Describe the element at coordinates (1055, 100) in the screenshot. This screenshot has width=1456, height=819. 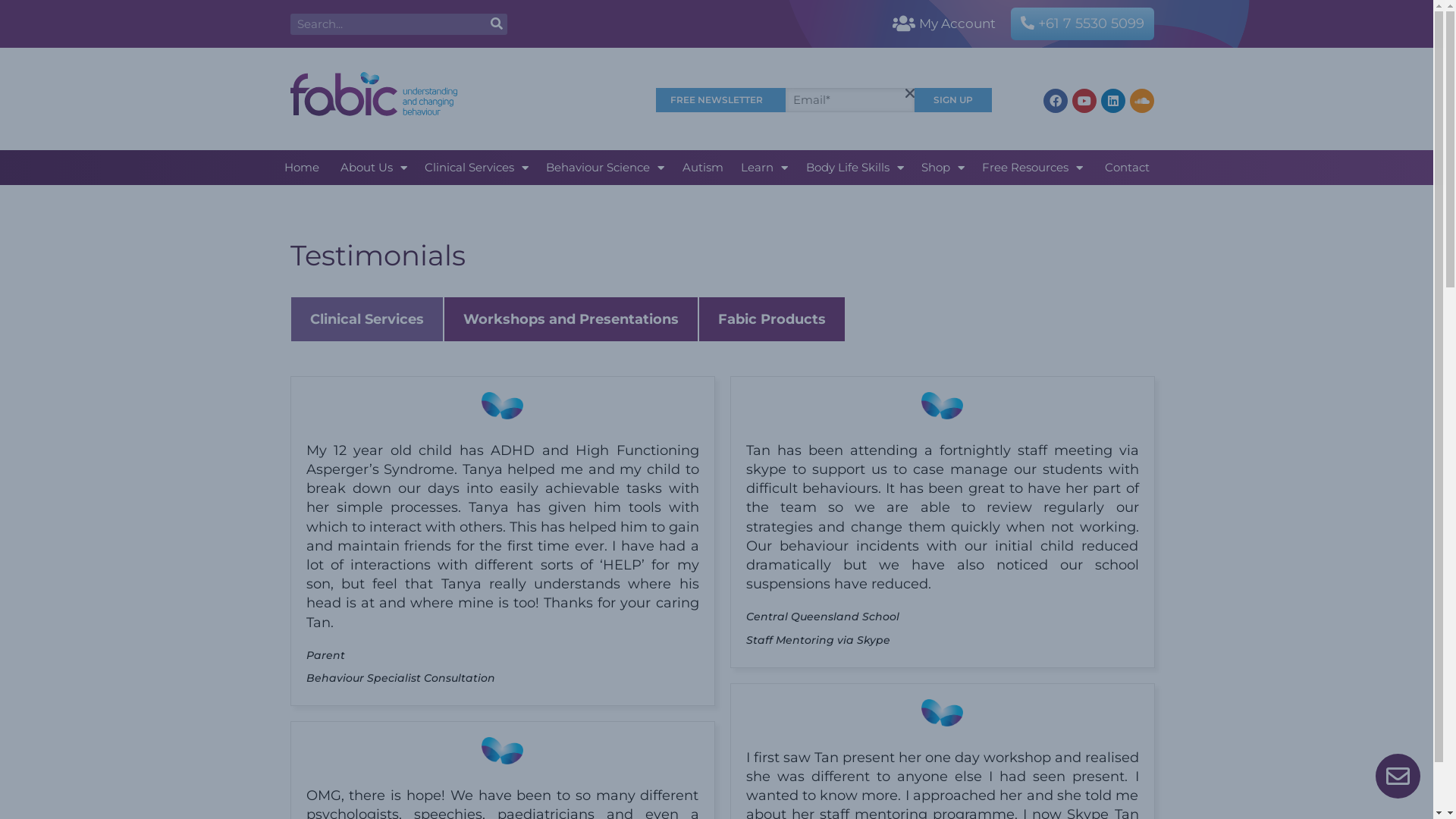
I see `'Facebook'` at that location.